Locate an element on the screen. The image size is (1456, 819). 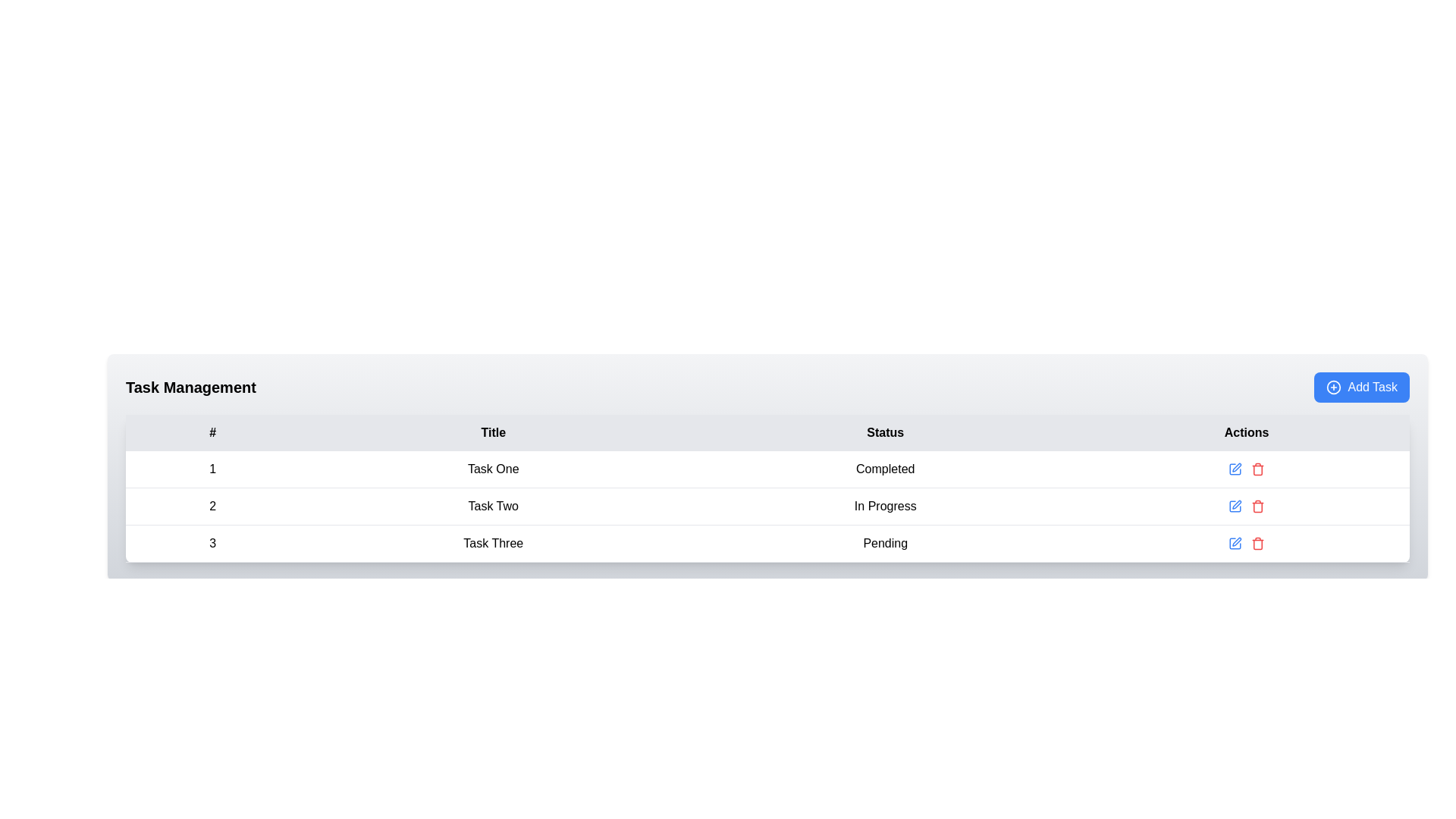
the edit icon located in the Actions column of the Task One row in the table, which has a status of Completed is located at coordinates (1246, 468).